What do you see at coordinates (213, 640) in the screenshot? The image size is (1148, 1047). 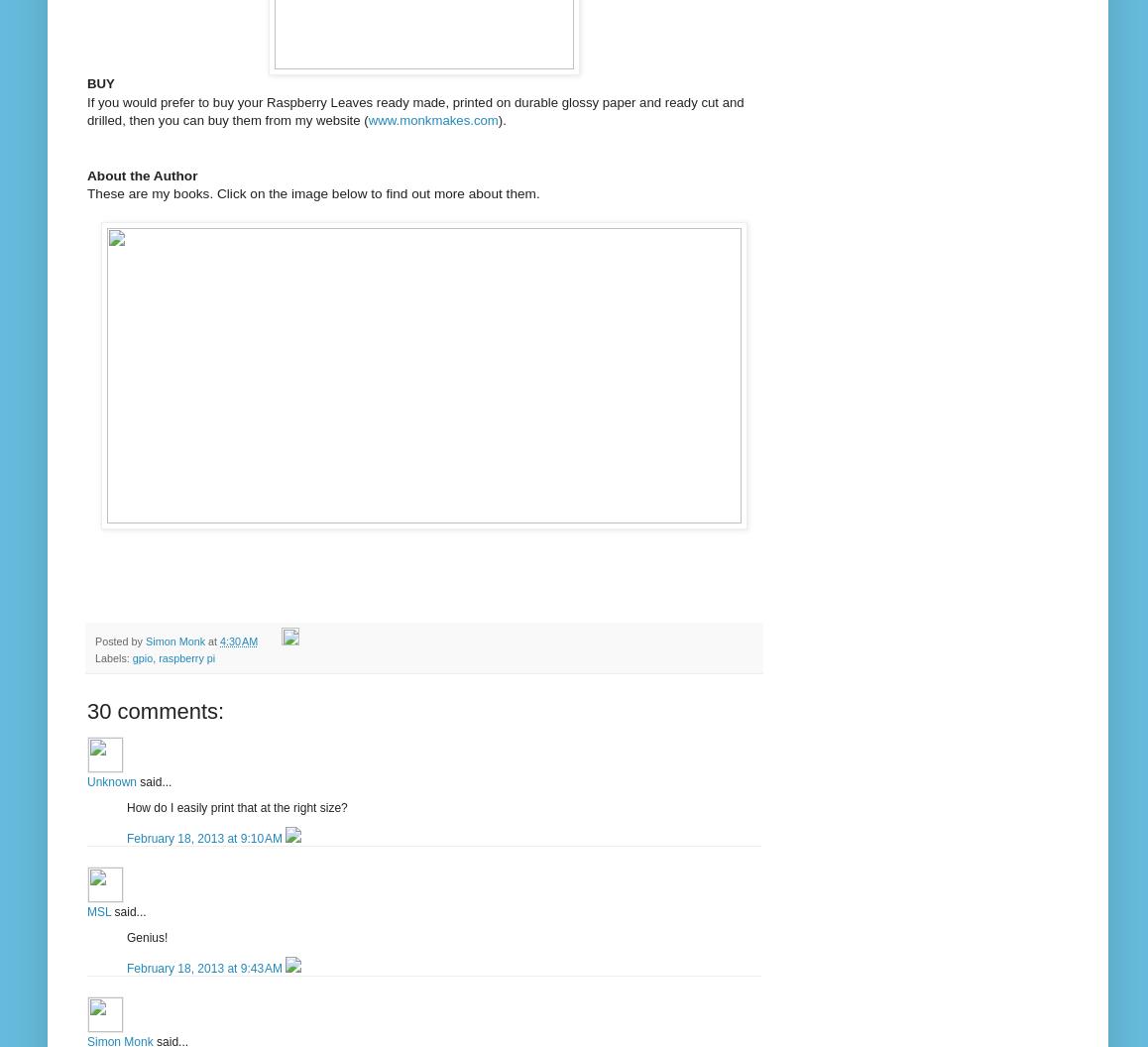 I see `'at'` at bounding box center [213, 640].